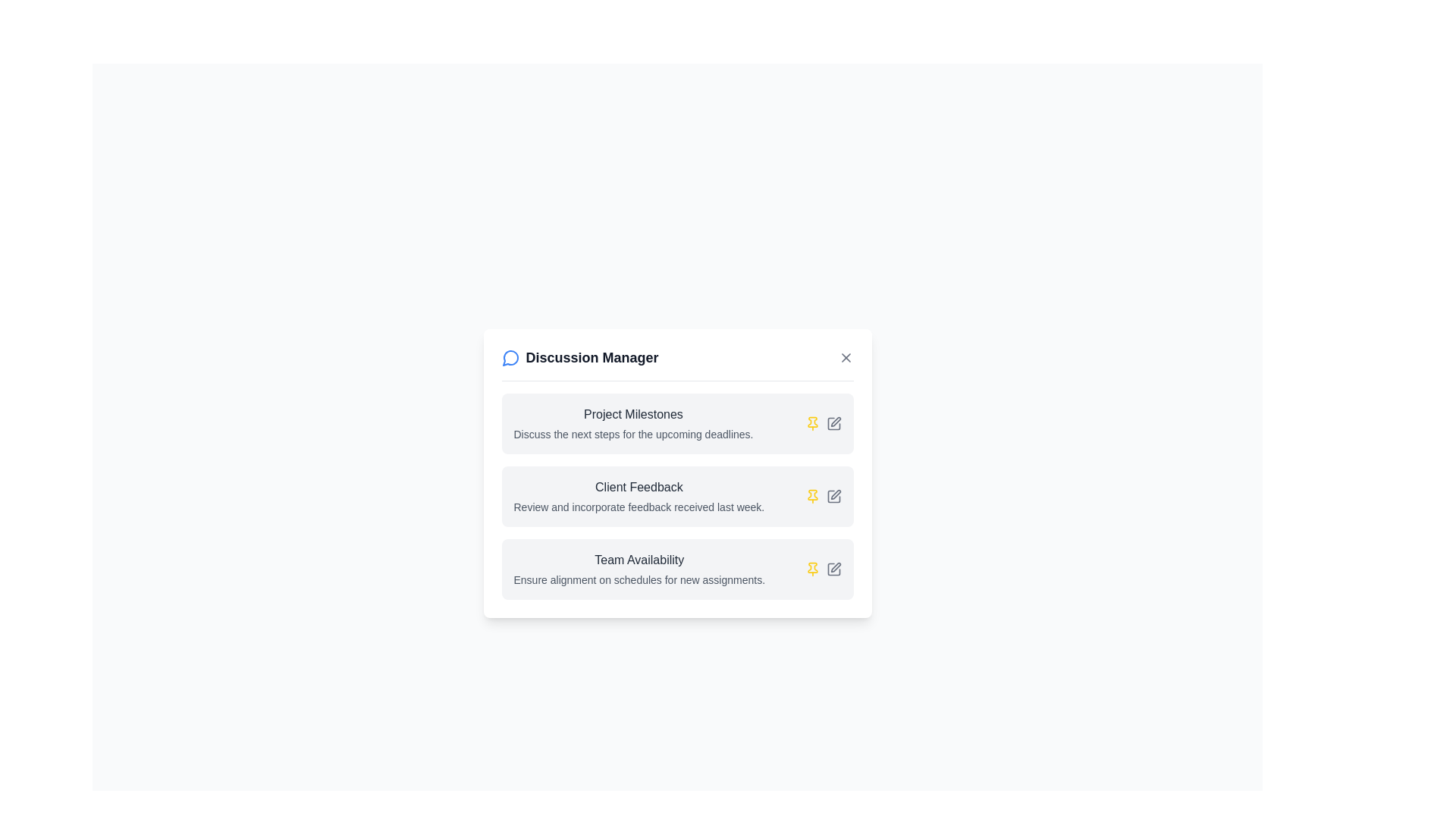 The height and width of the screenshot is (819, 1456). What do you see at coordinates (833, 569) in the screenshot?
I see `the edit icon (pen icon) located on the right side of the 'Team Availability' action bar to initiate an action` at bounding box center [833, 569].